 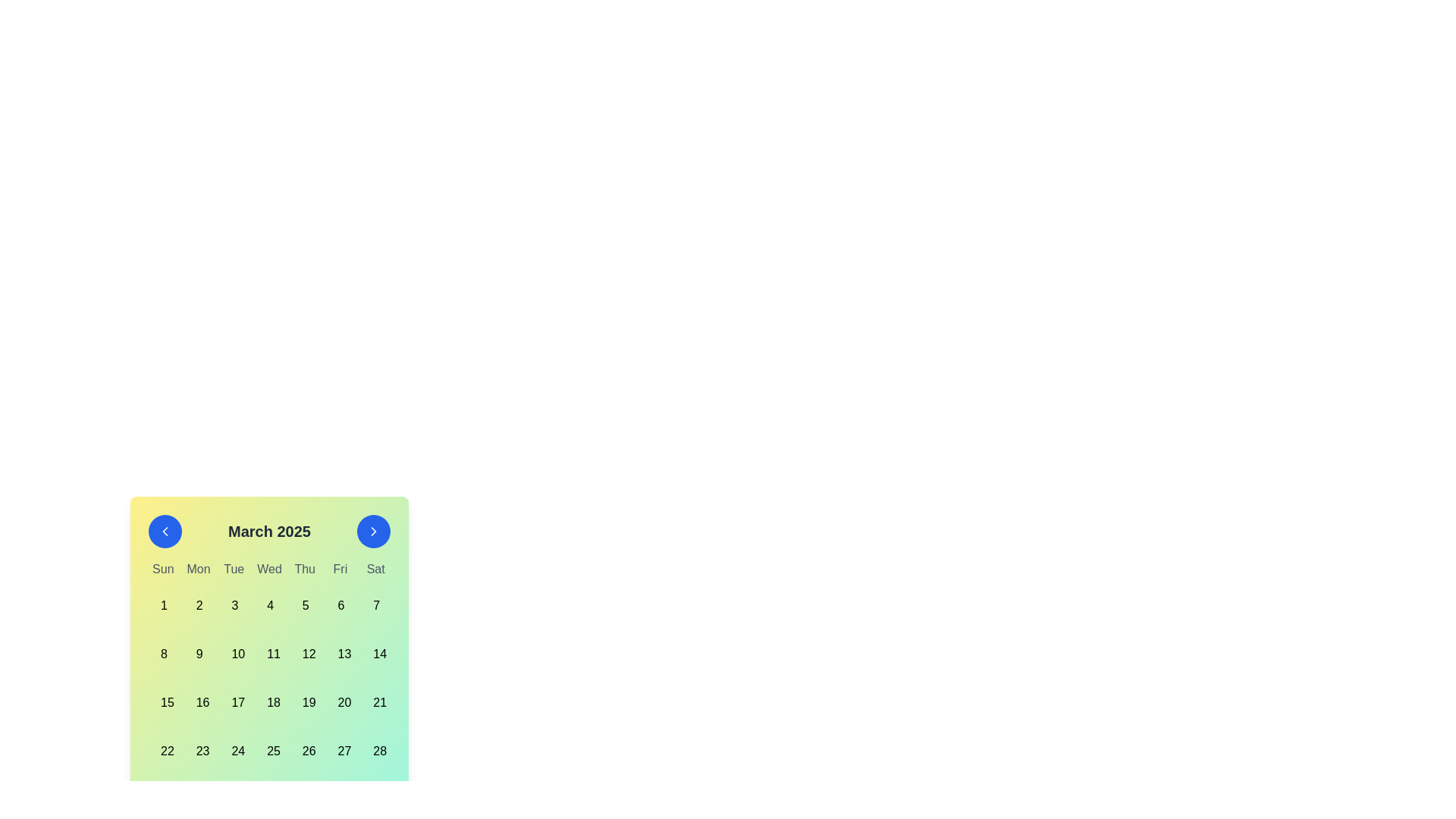 What do you see at coordinates (339, 702) in the screenshot?
I see `the Calendar date cell representing the 20th day of the month to confirm selection` at bounding box center [339, 702].